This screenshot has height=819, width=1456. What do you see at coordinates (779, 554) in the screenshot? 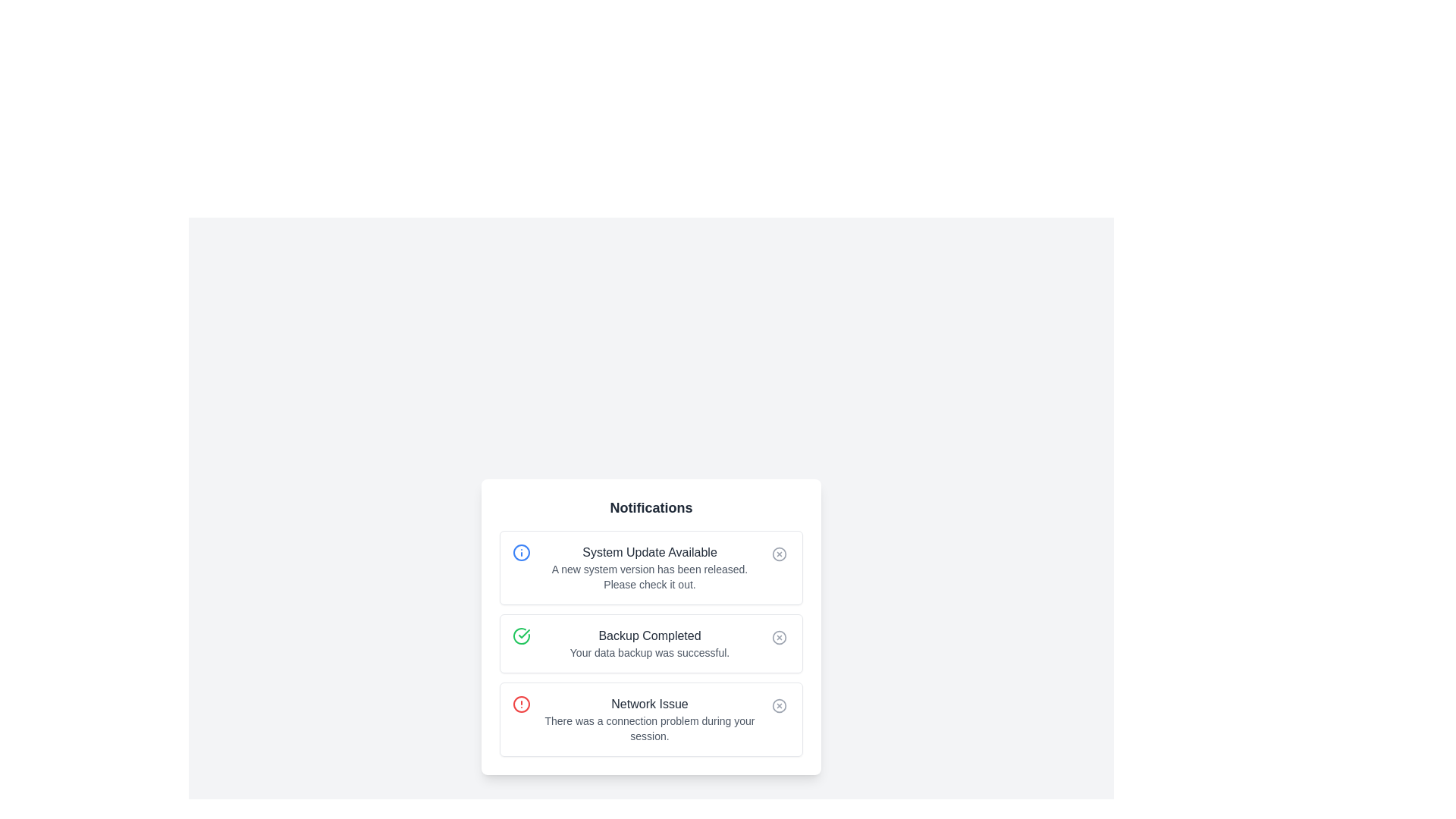
I see `the dismiss button, which is a circular icon with an 'X' symbol inside, located at the top-right of the 'System Update Available' notification card` at bounding box center [779, 554].